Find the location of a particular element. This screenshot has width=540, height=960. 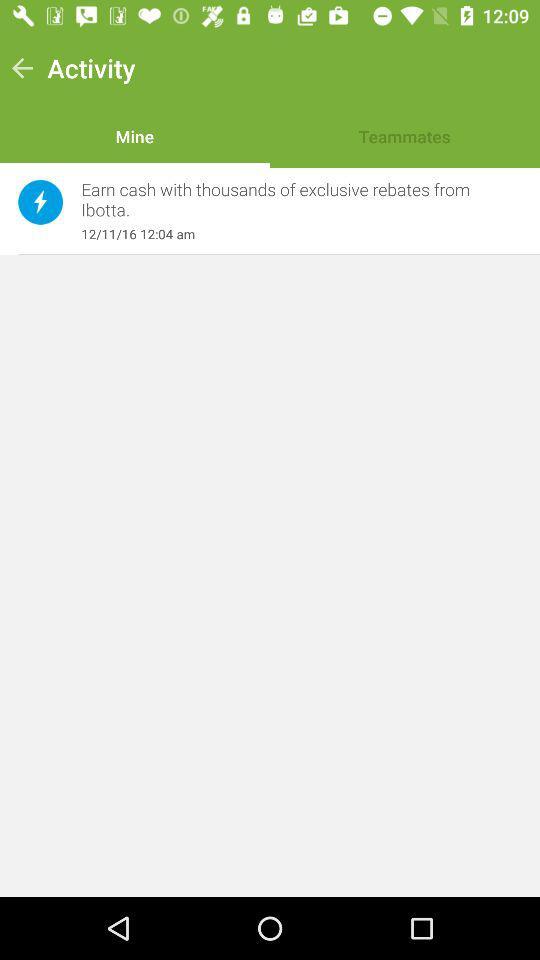

the item above the mine item is located at coordinates (90, 68).